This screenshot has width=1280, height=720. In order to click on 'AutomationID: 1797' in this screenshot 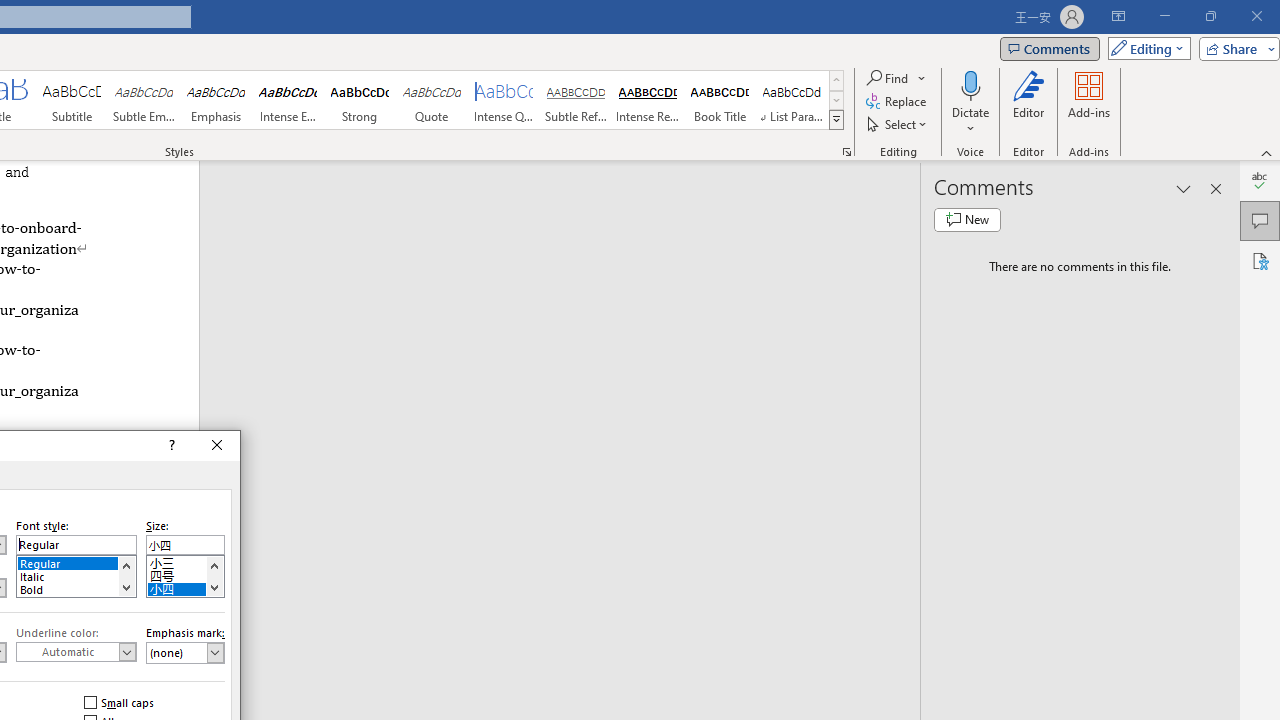, I will do `click(214, 576)`.